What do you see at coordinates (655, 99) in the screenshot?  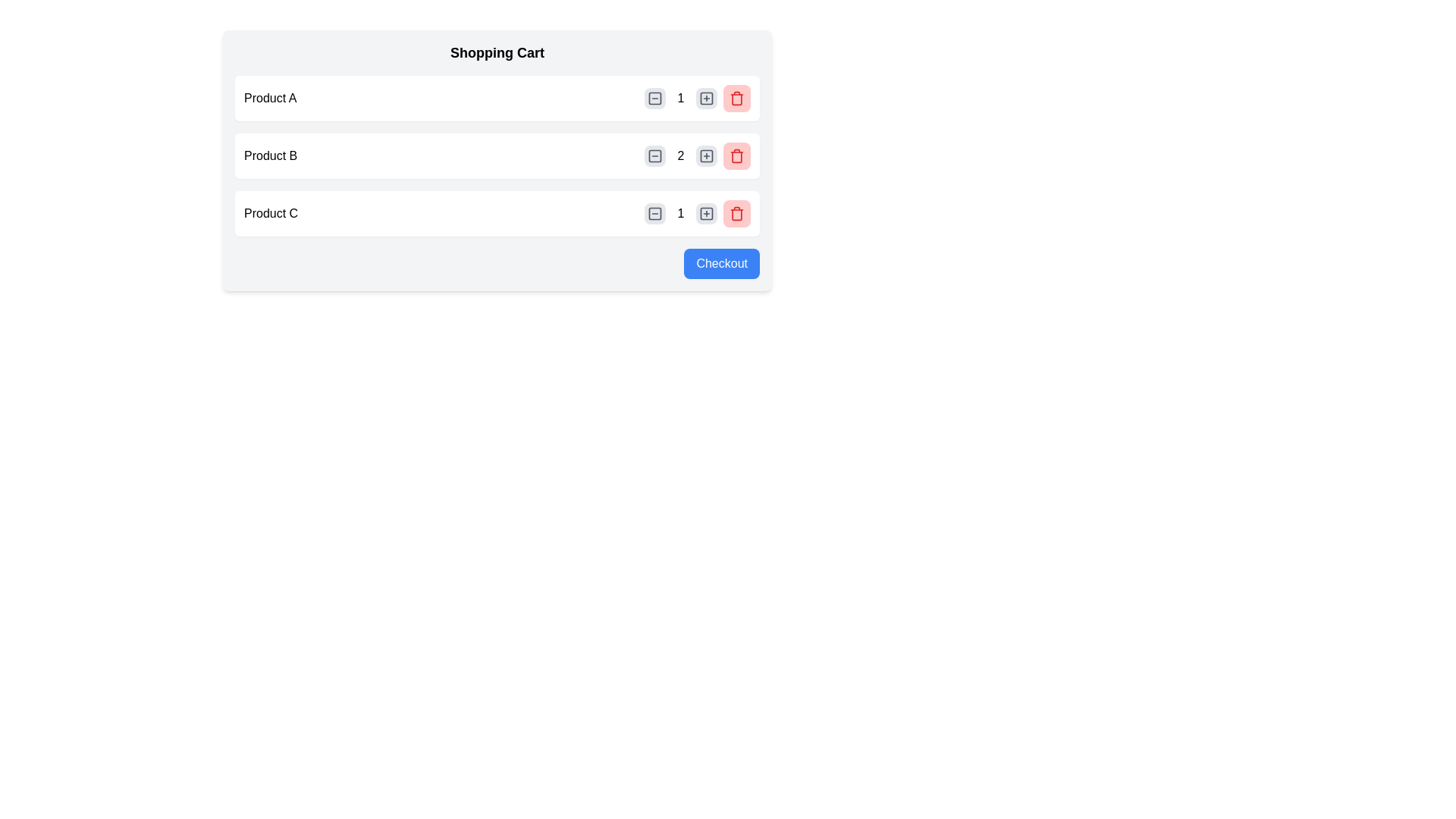 I see `the square button with rounded corners and a minus icon located in the shopping cart interface to reduce the quantity of the first product` at bounding box center [655, 99].